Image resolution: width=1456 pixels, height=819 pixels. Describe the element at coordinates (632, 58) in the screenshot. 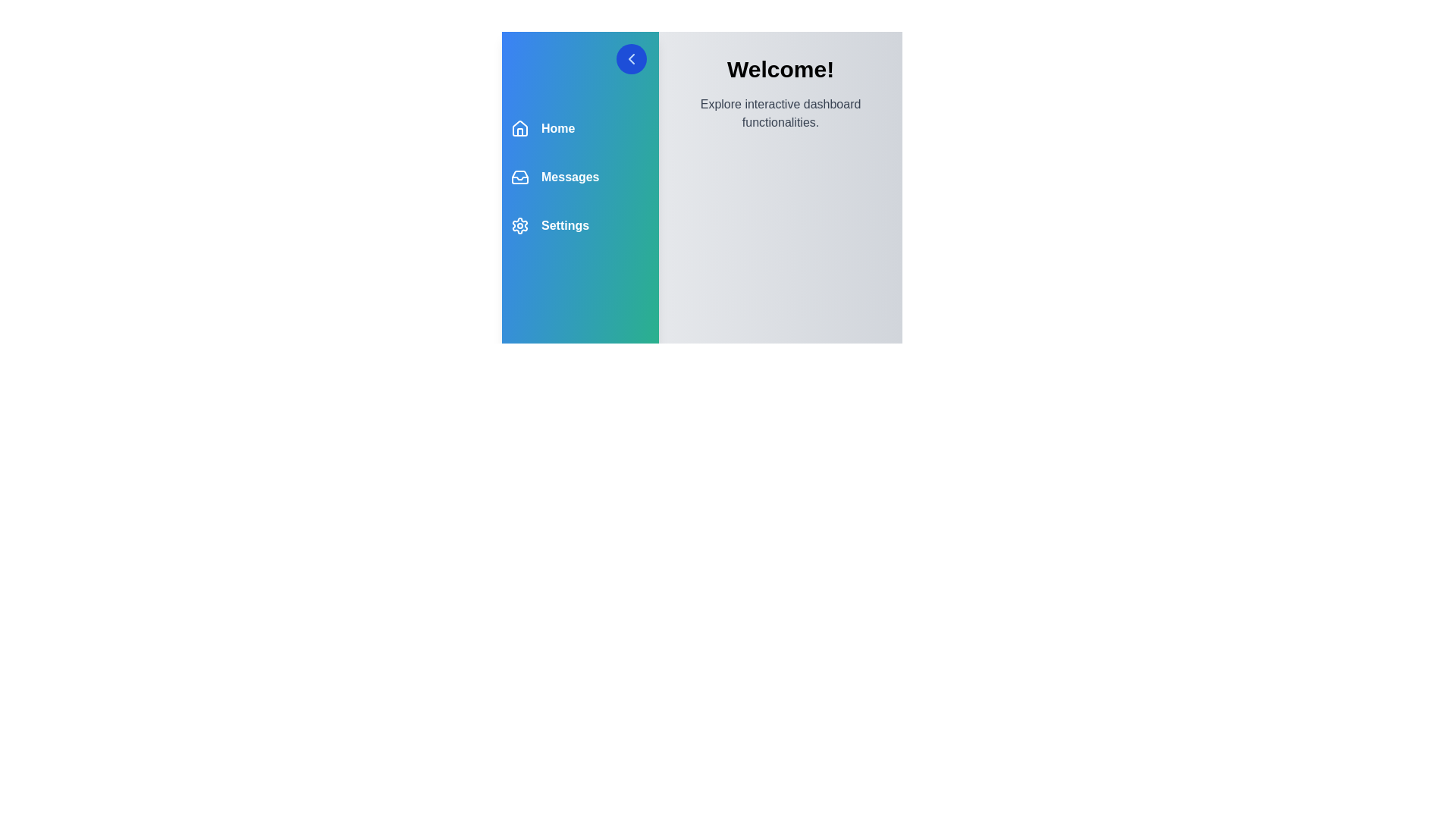

I see `the circular button with a blue background and a white leftward chevron icon located at the top-right corner of the left sidebar panel` at that location.